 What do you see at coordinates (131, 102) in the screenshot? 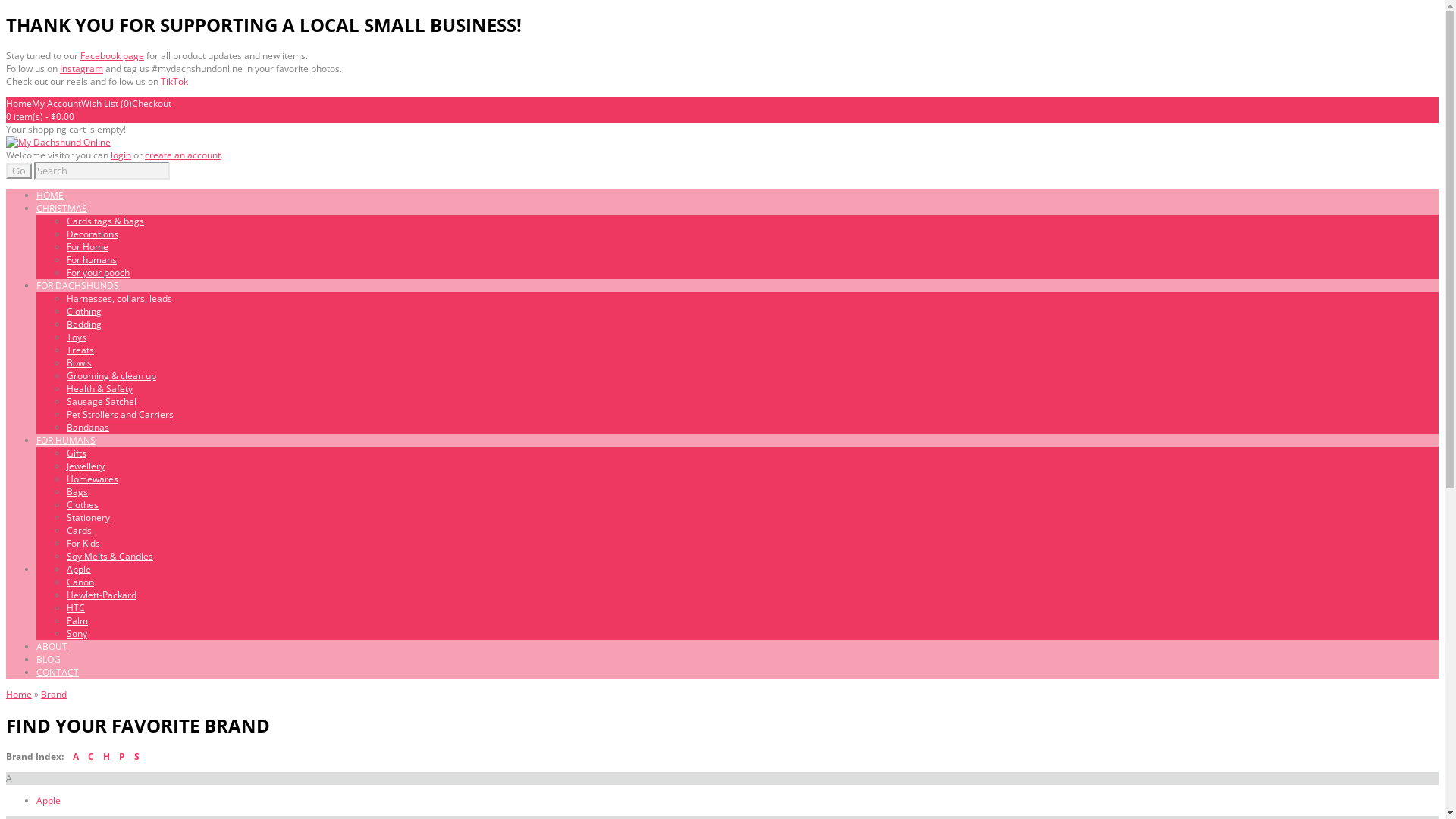
I see `'Checkout'` at bounding box center [131, 102].